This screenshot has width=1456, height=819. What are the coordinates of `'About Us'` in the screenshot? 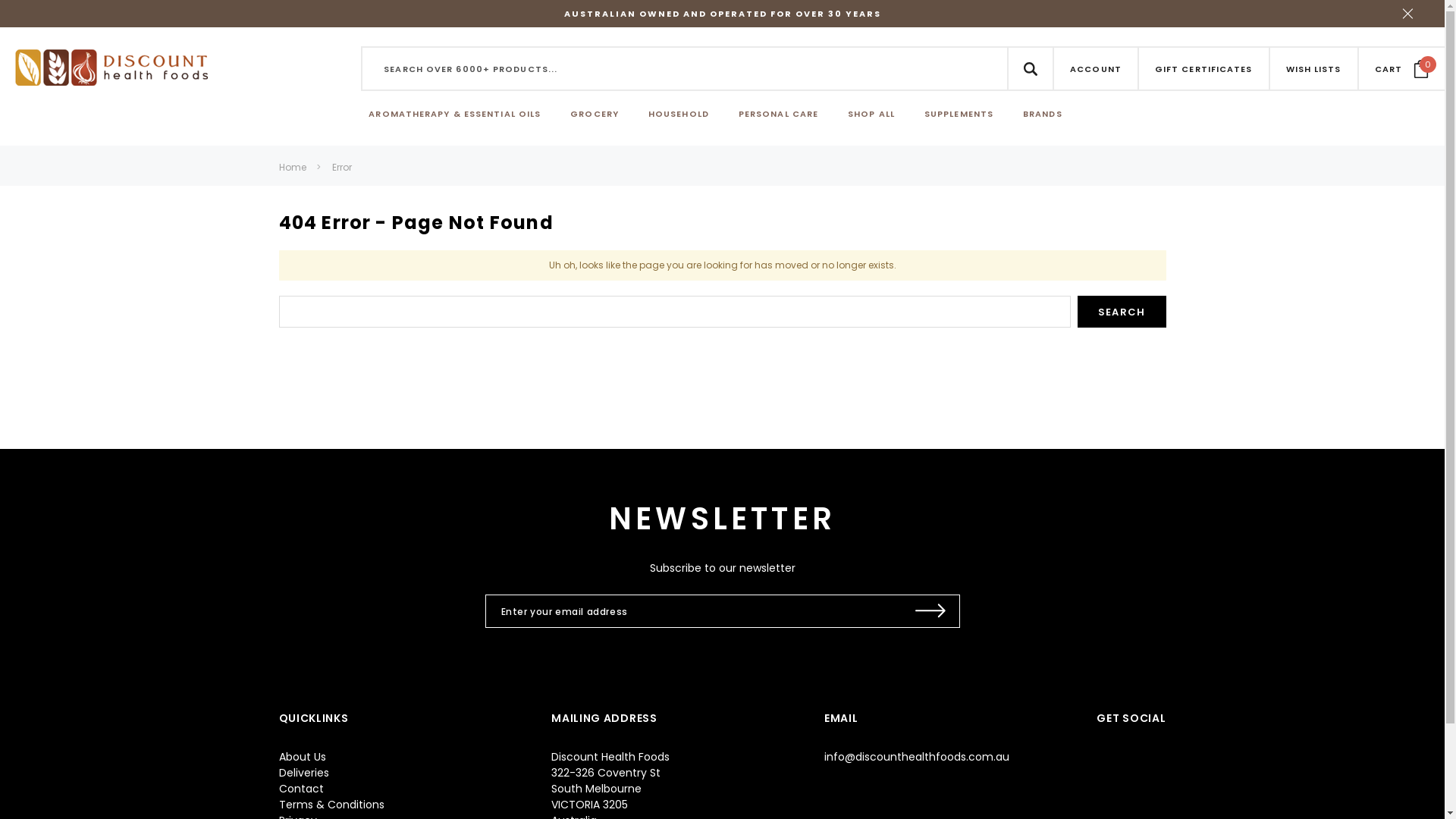 It's located at (302, 757).